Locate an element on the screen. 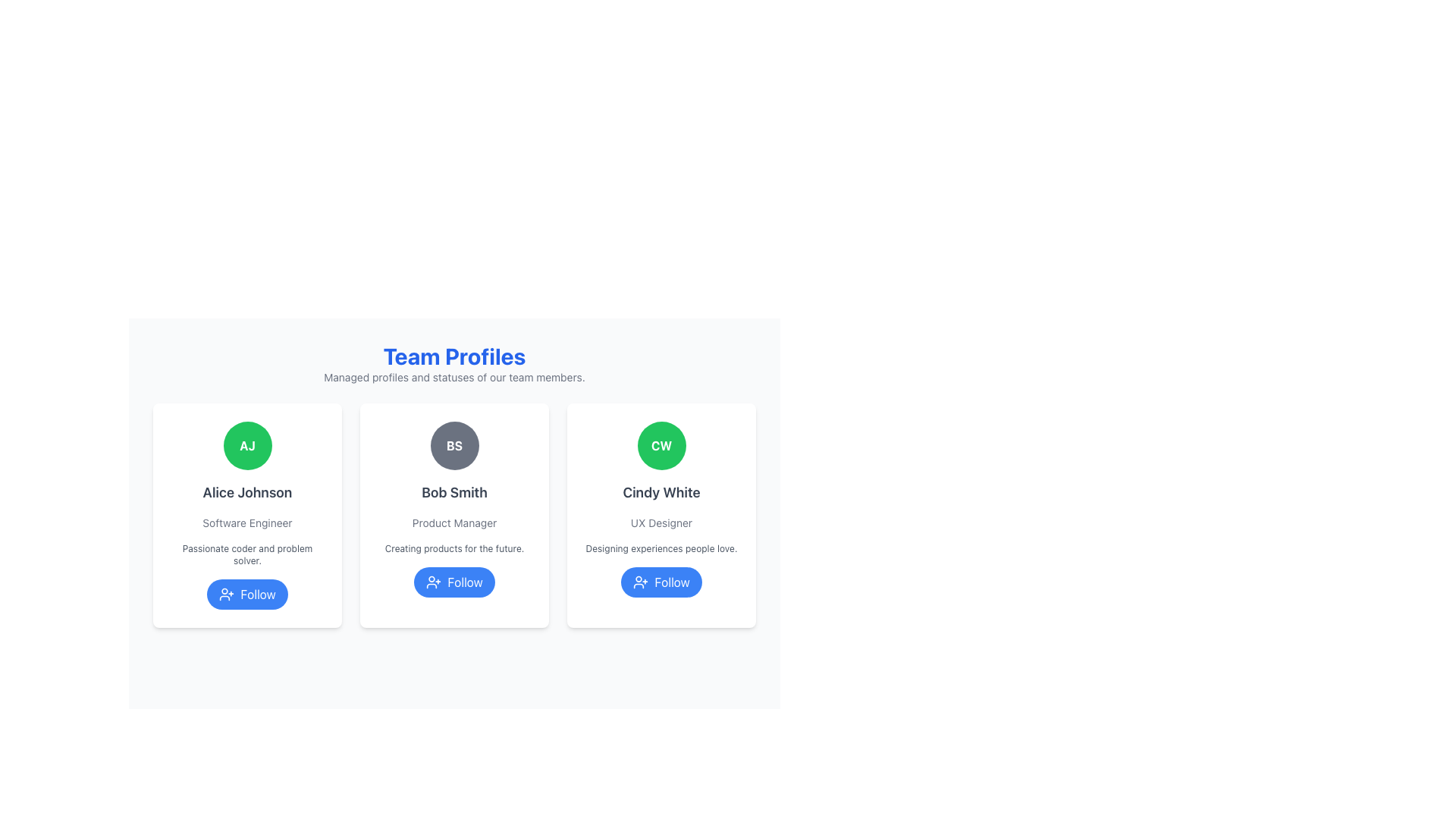 The width and height of the screenshot is (1456, 819). the Avatar or Badge for Cindy White's profile, which is positioned at the top of her card, serving as her visual identifier is located at coordinates (661, 444).